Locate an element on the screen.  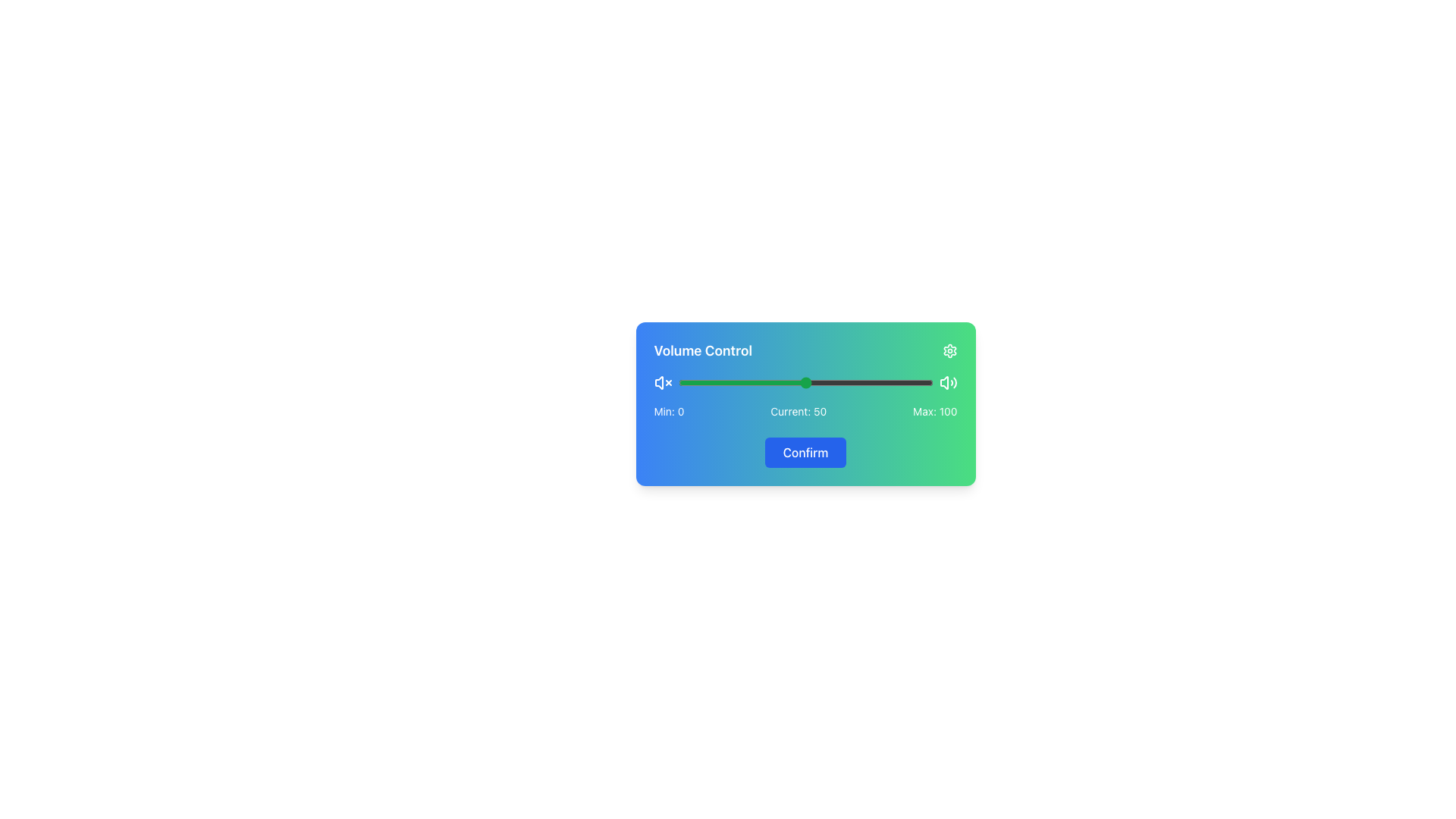
the volume is located at coordinates (840, 382).